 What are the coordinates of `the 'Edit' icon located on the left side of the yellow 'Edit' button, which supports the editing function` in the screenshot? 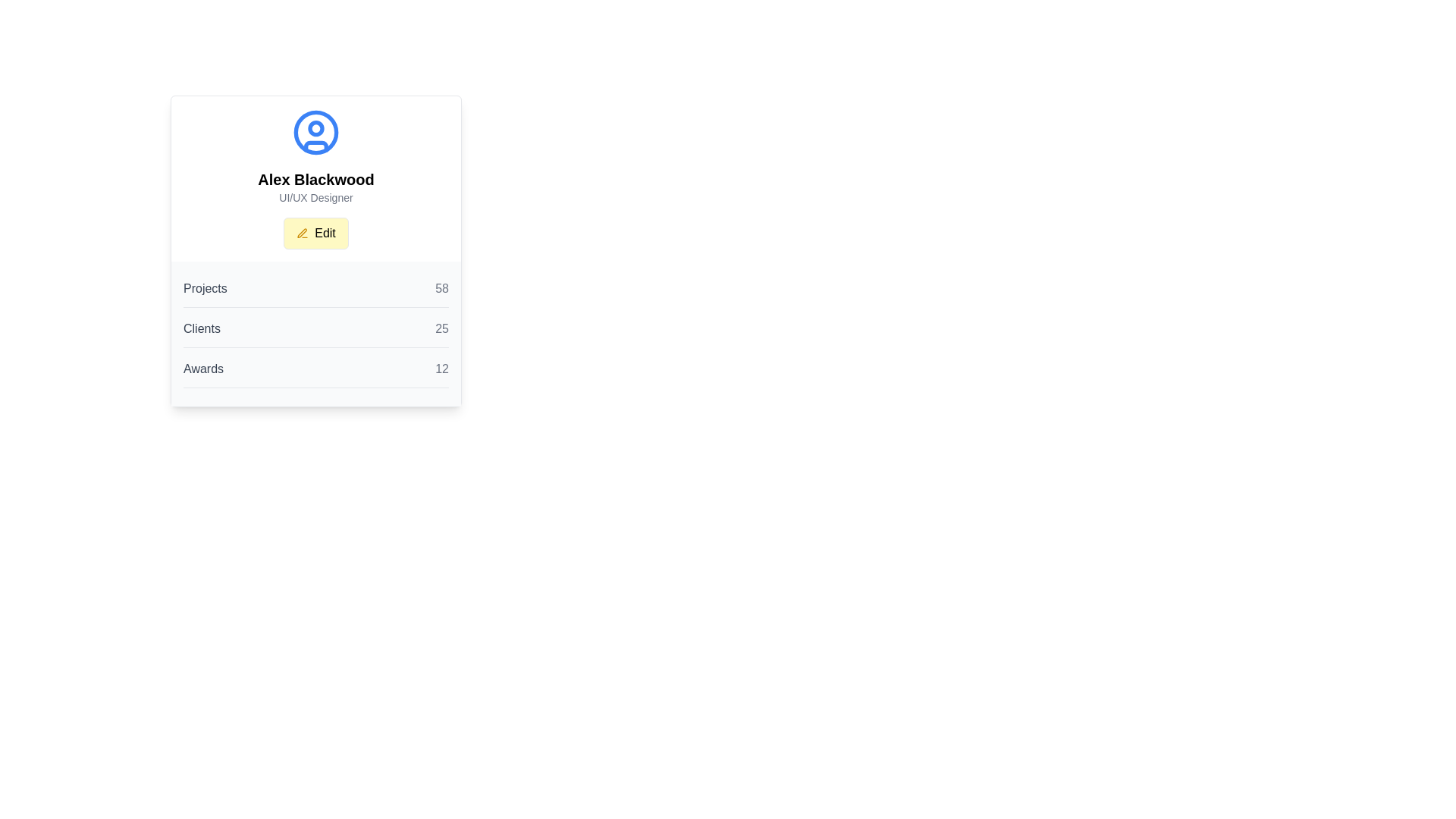 It's located at (303, 234).